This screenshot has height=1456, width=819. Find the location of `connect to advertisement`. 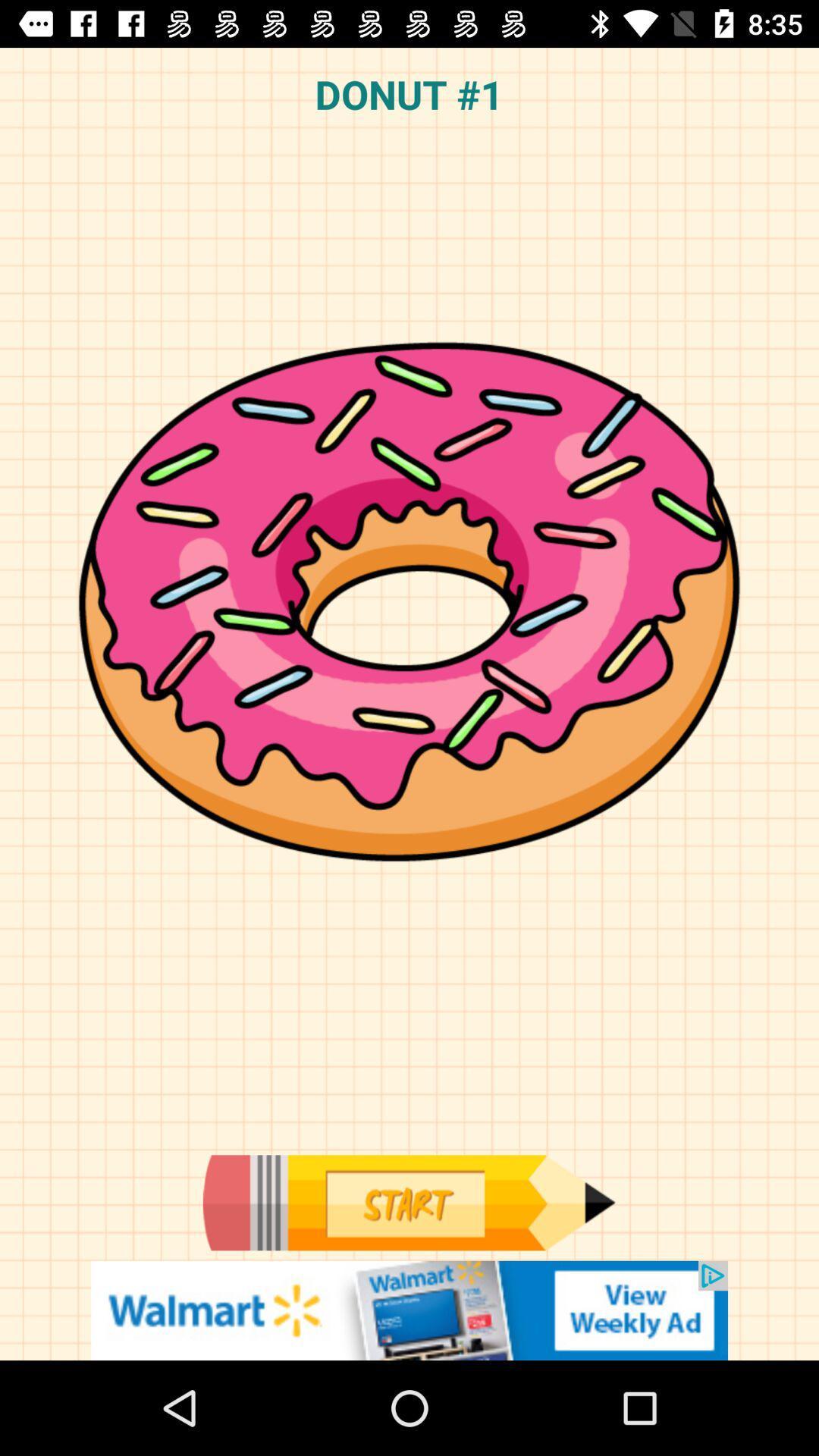

connect to advertisement is located at coordinates (409, 1310).